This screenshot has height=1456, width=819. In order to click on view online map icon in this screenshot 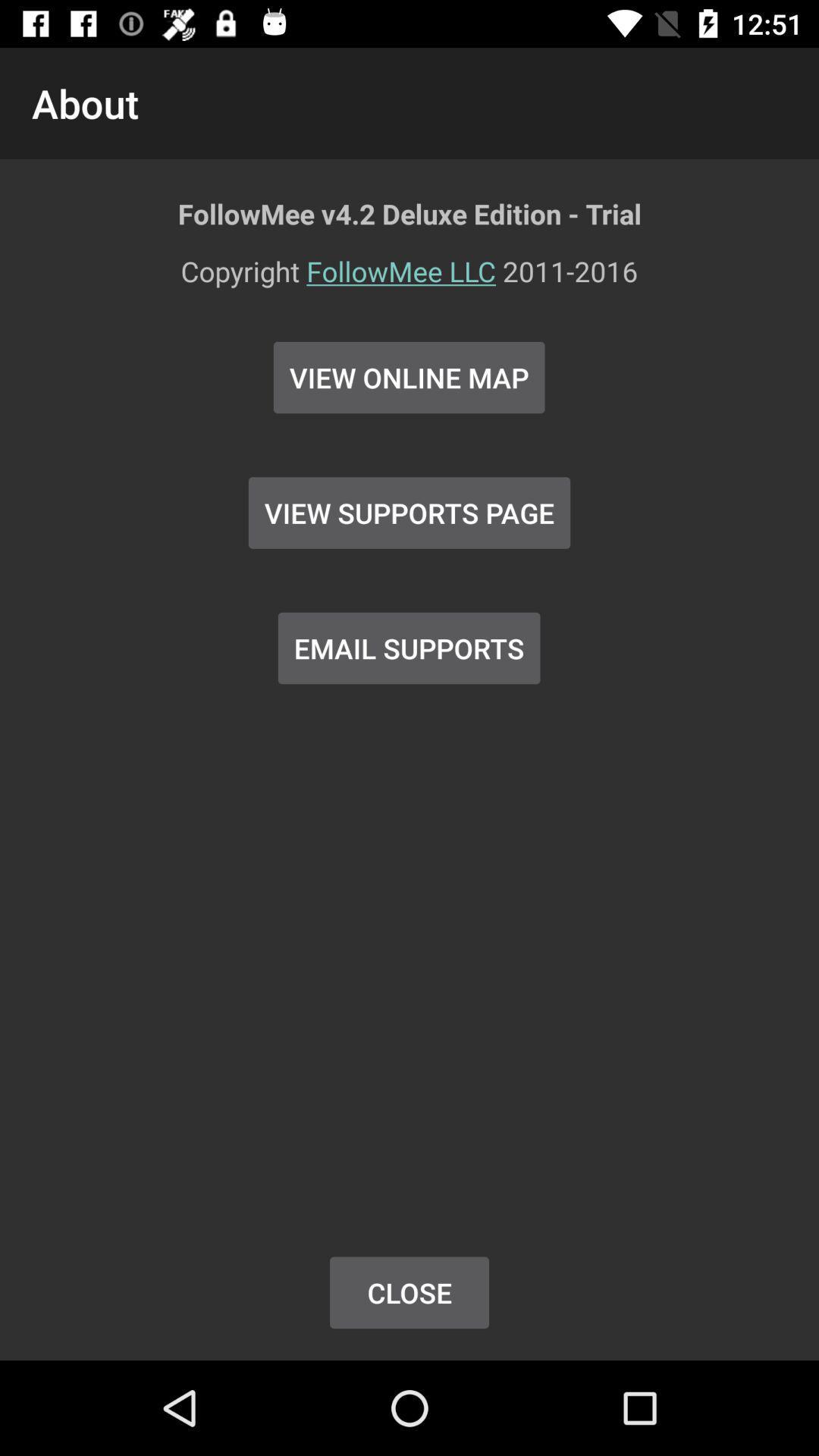, I will do `click(408, 378)`.